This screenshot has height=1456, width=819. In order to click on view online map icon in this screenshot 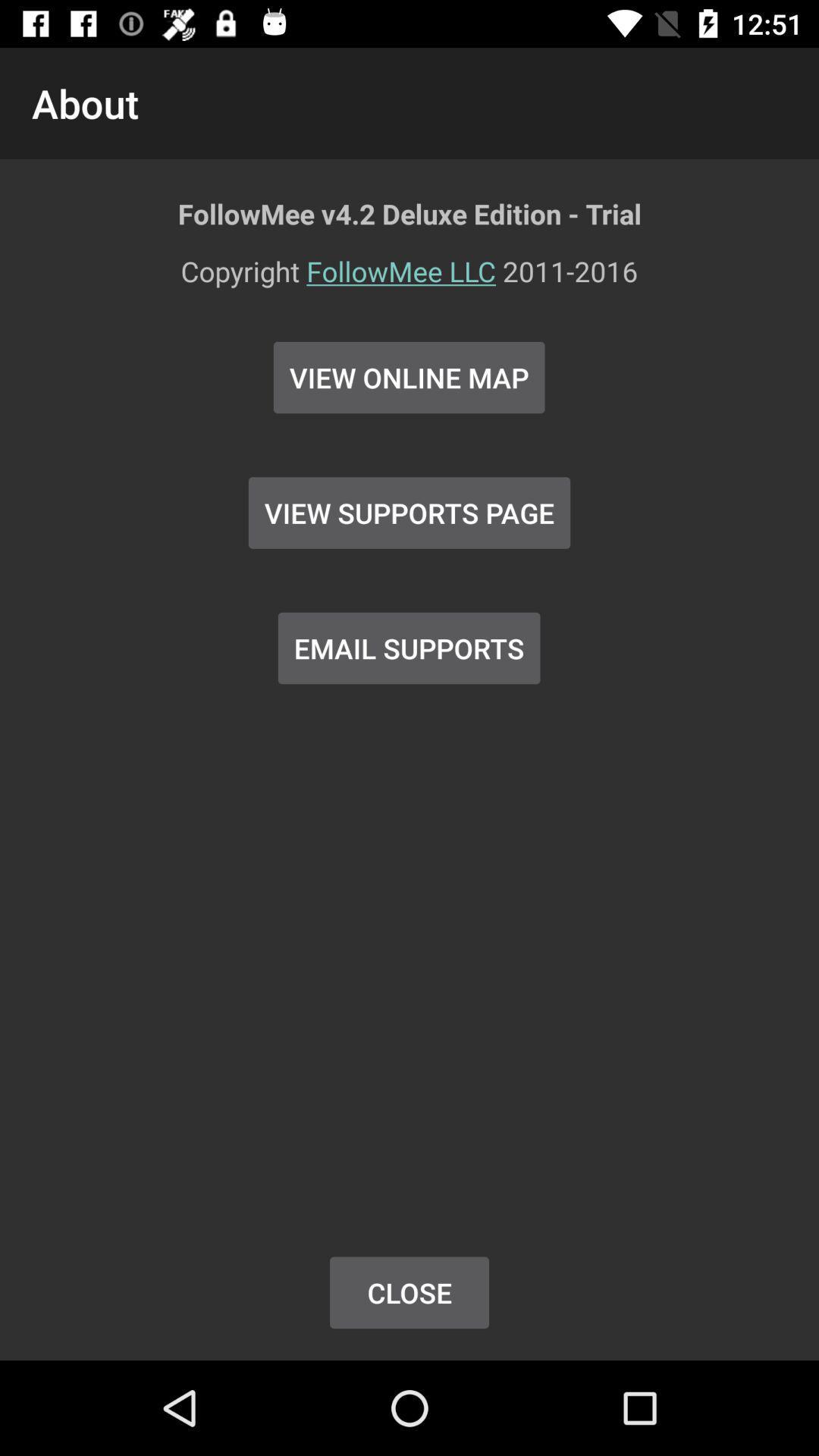, I will do `click(408, 378)`.